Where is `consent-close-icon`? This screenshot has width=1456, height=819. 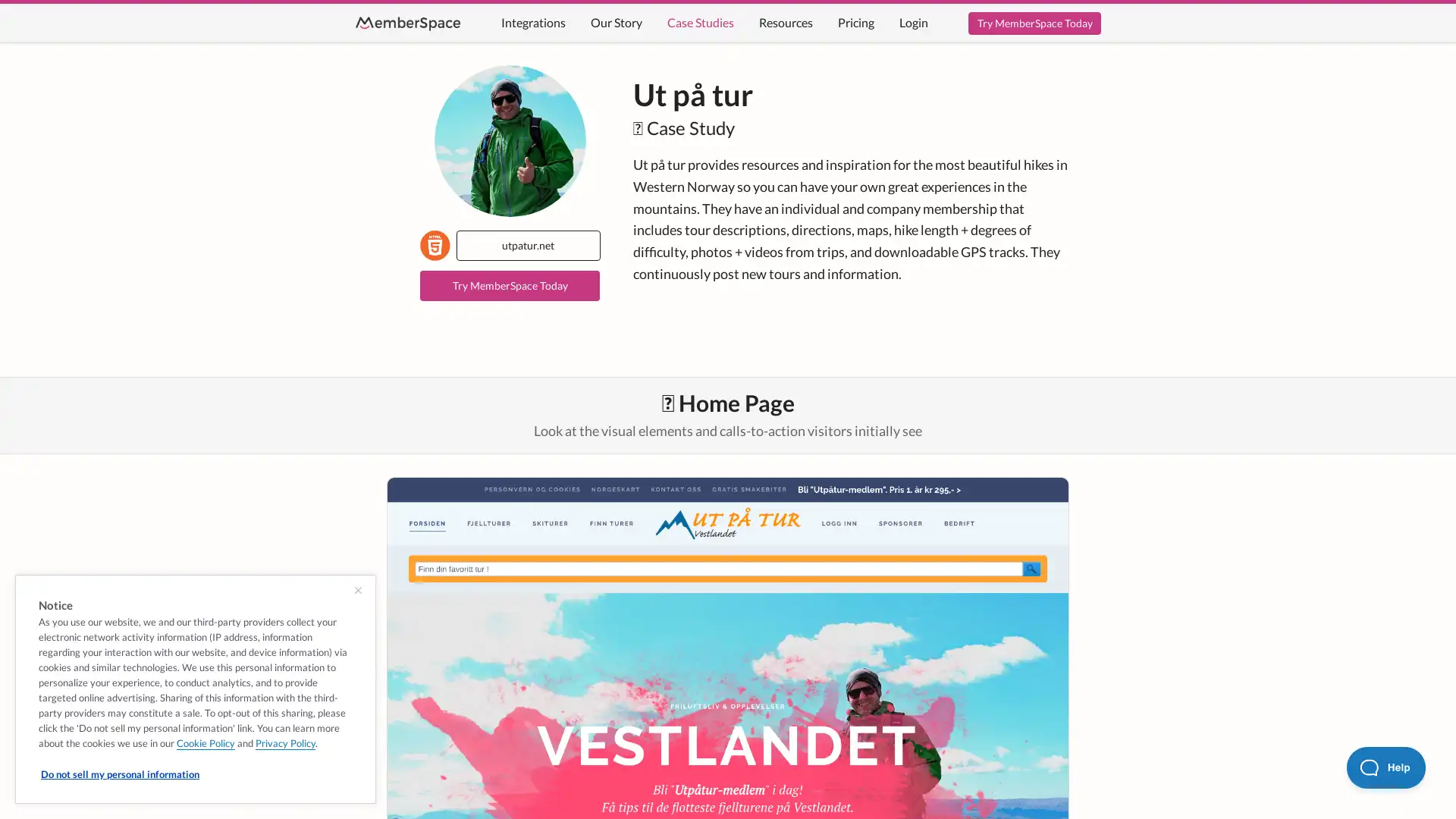 consent-close-icon is located at coordinates (357, 590).